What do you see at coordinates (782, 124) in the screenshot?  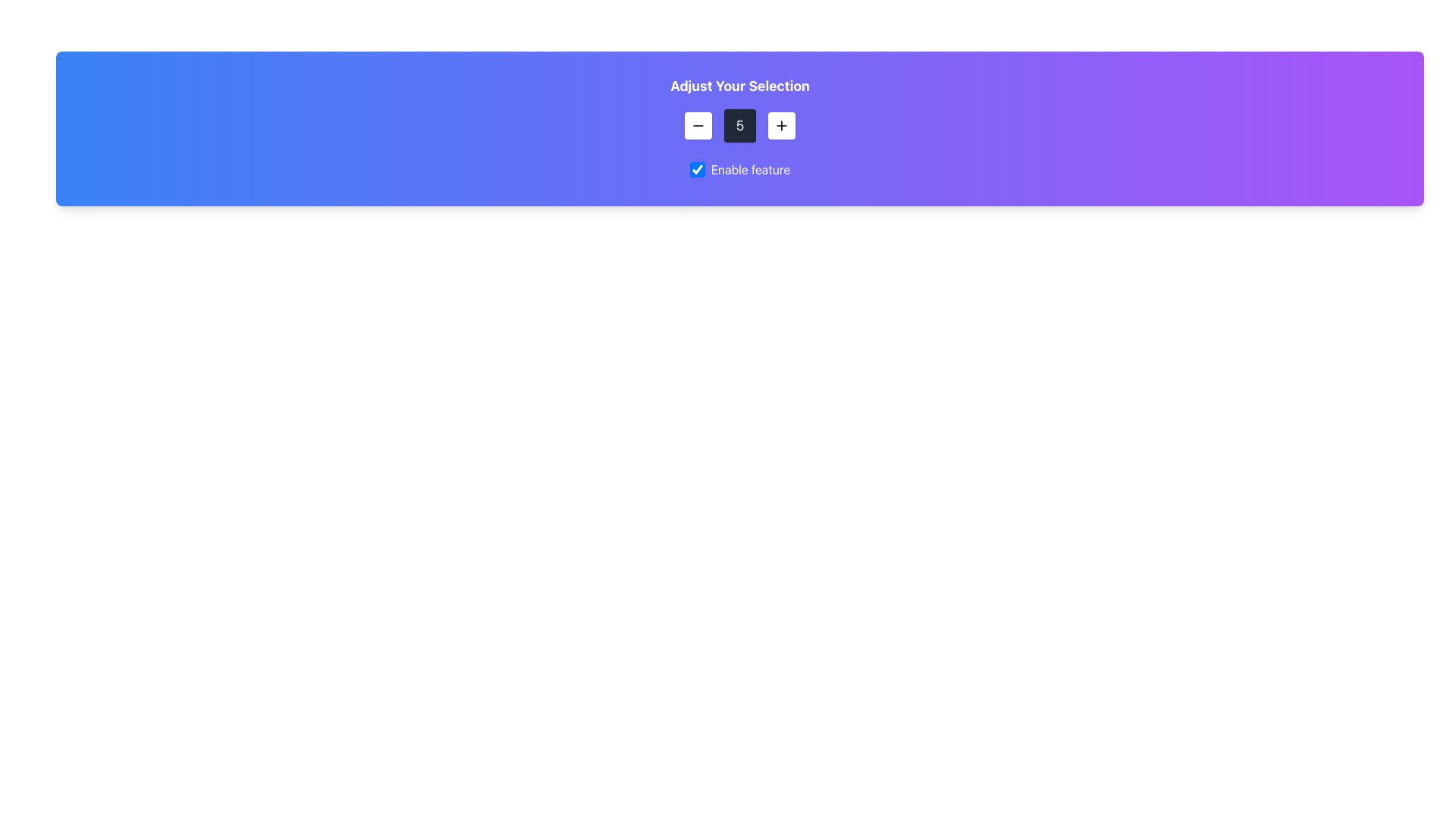 I see `the square button with a white background and a '+' icon` at bounding box center [782, 124].